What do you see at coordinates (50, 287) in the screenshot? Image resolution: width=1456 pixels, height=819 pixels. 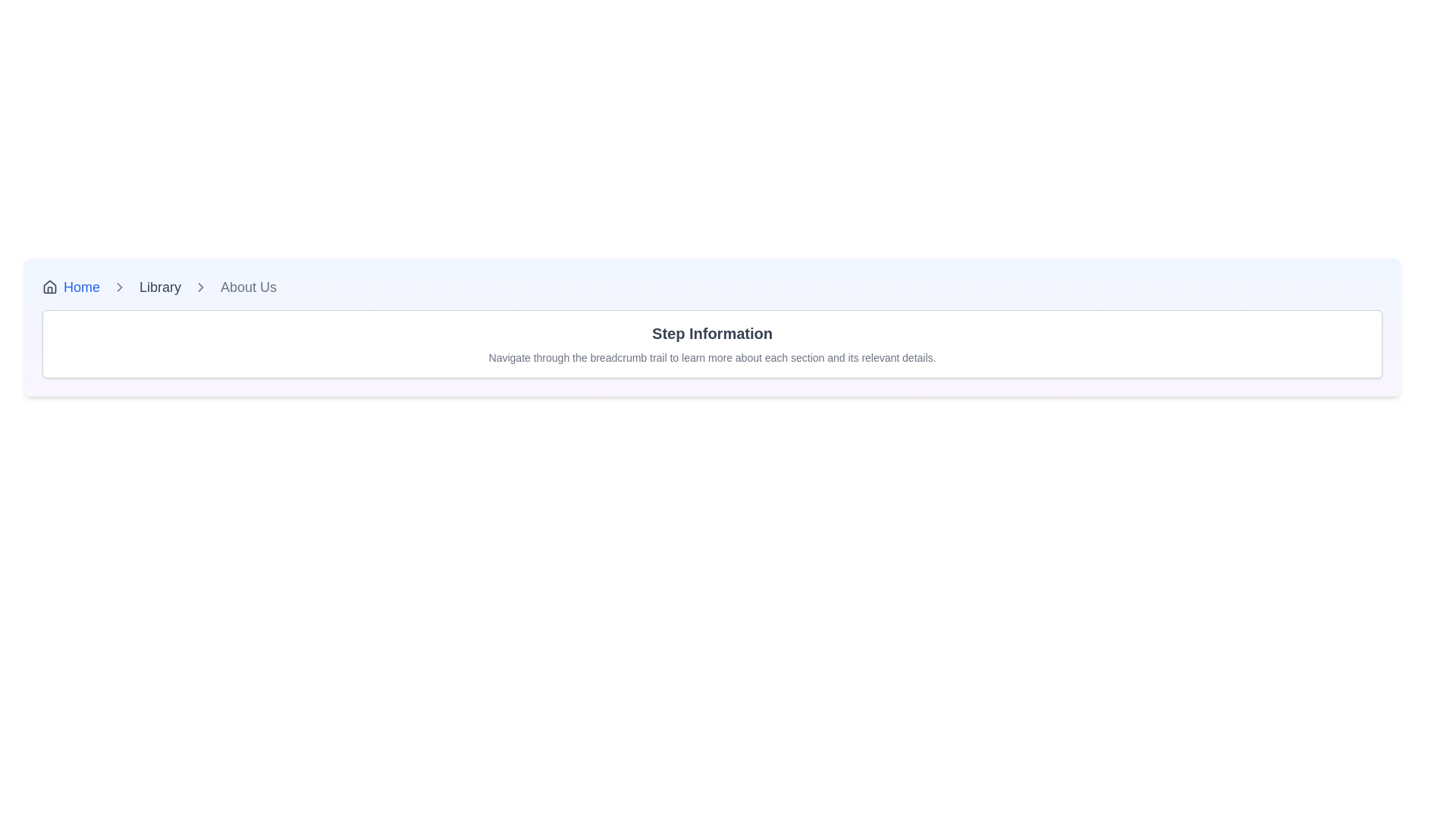 I see `the house-shaped icon` at bounding box center [50, 287].